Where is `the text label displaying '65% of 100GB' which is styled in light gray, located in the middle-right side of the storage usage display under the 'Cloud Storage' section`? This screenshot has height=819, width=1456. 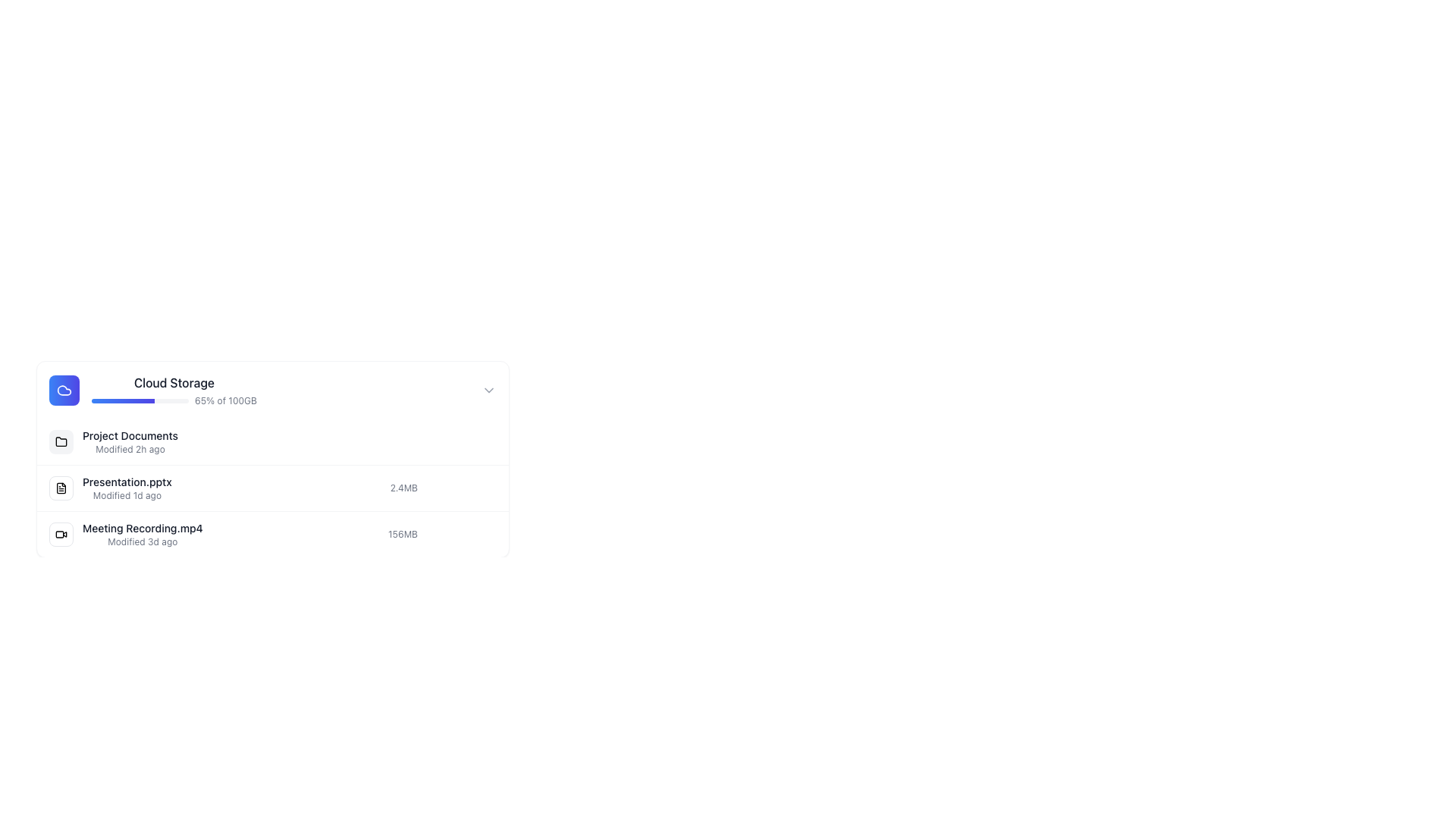 the text label displaying '65% of 100GB' which is styled in light gray, located in the middle-right side of the storage usage display under the 'Cloud Storage' section is located at coordinates (224, 400).